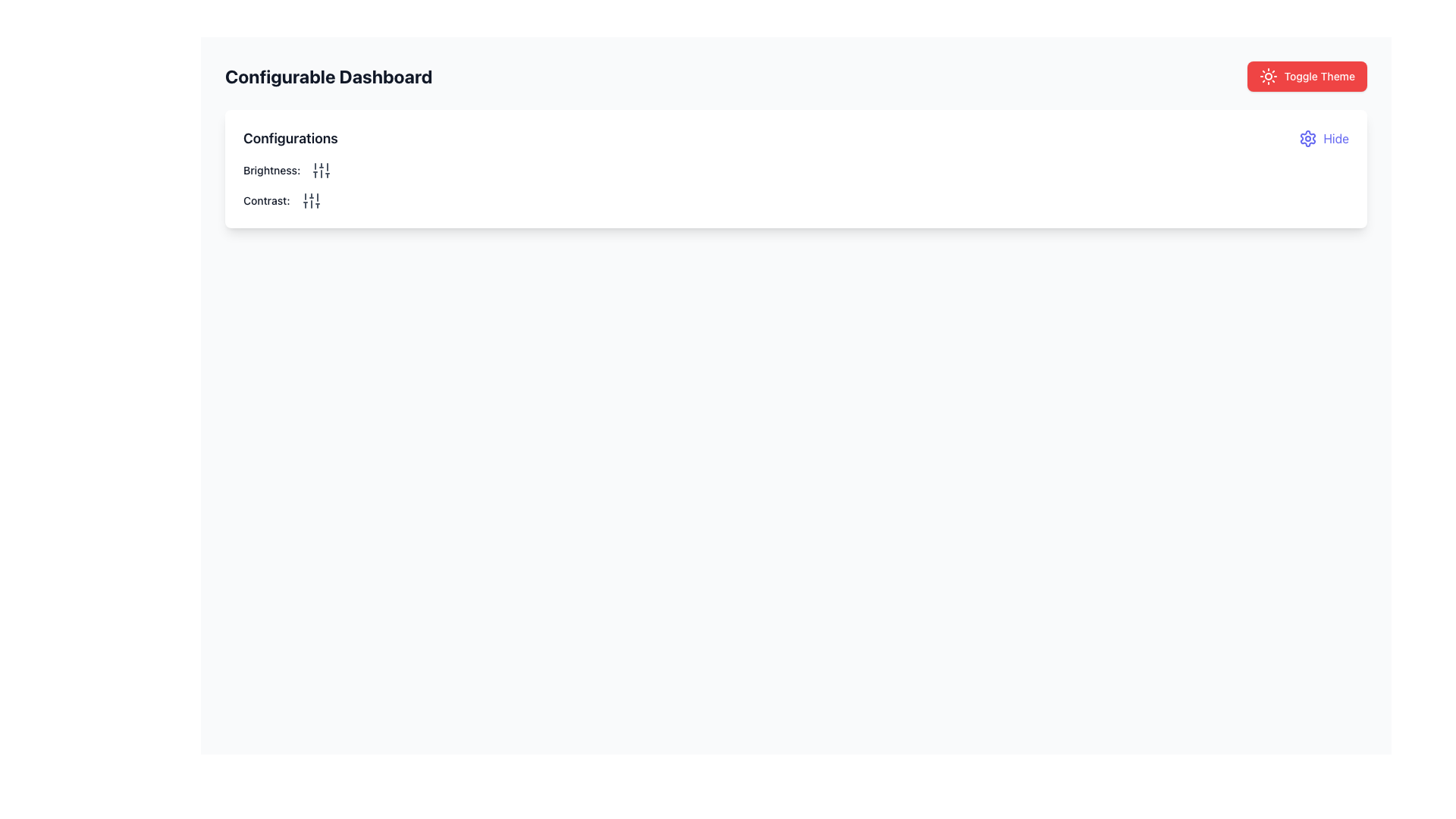  I want to click on the theme toggle button located in the top-right corner of the 'Configurable Dashboard' interface, so click(1307, 76).